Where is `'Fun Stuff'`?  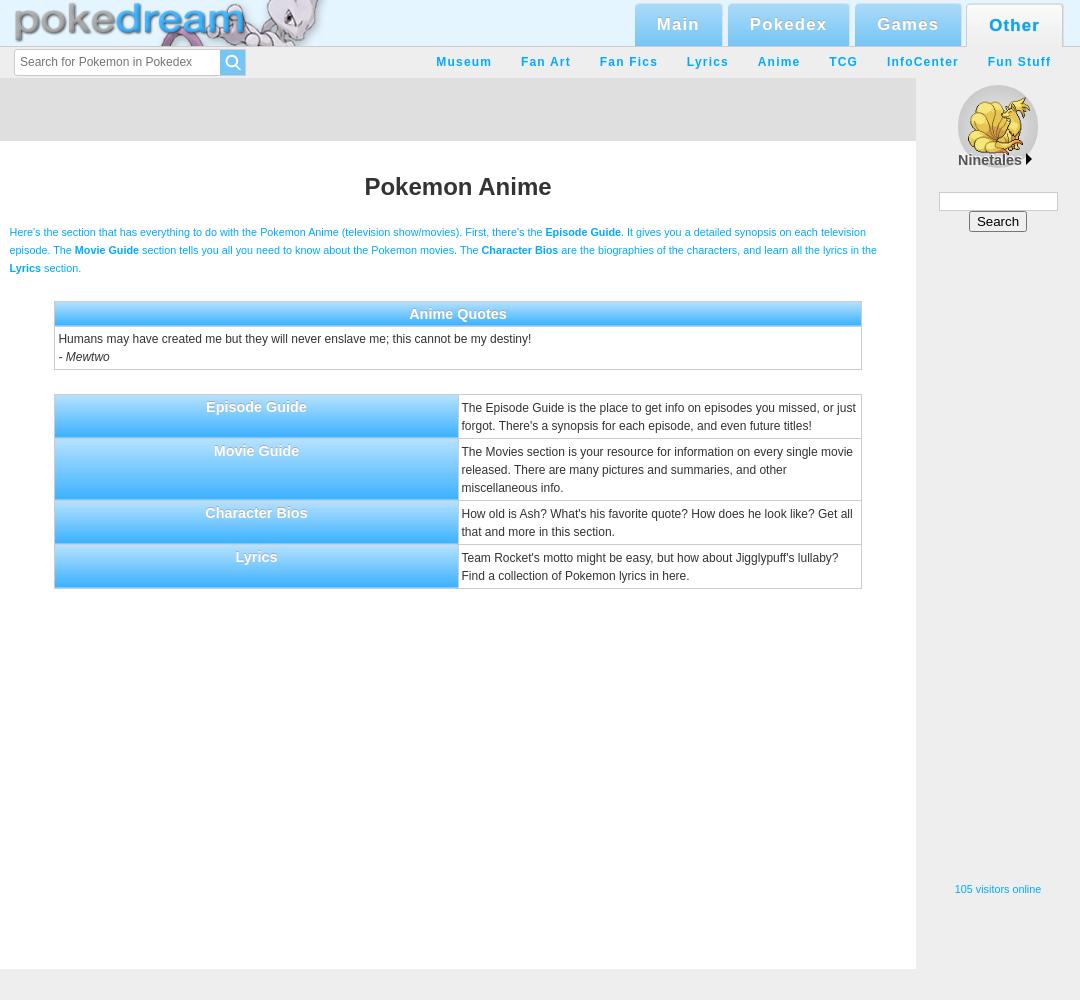
'Fun Stuff' is located at coordinates (1018, 62).